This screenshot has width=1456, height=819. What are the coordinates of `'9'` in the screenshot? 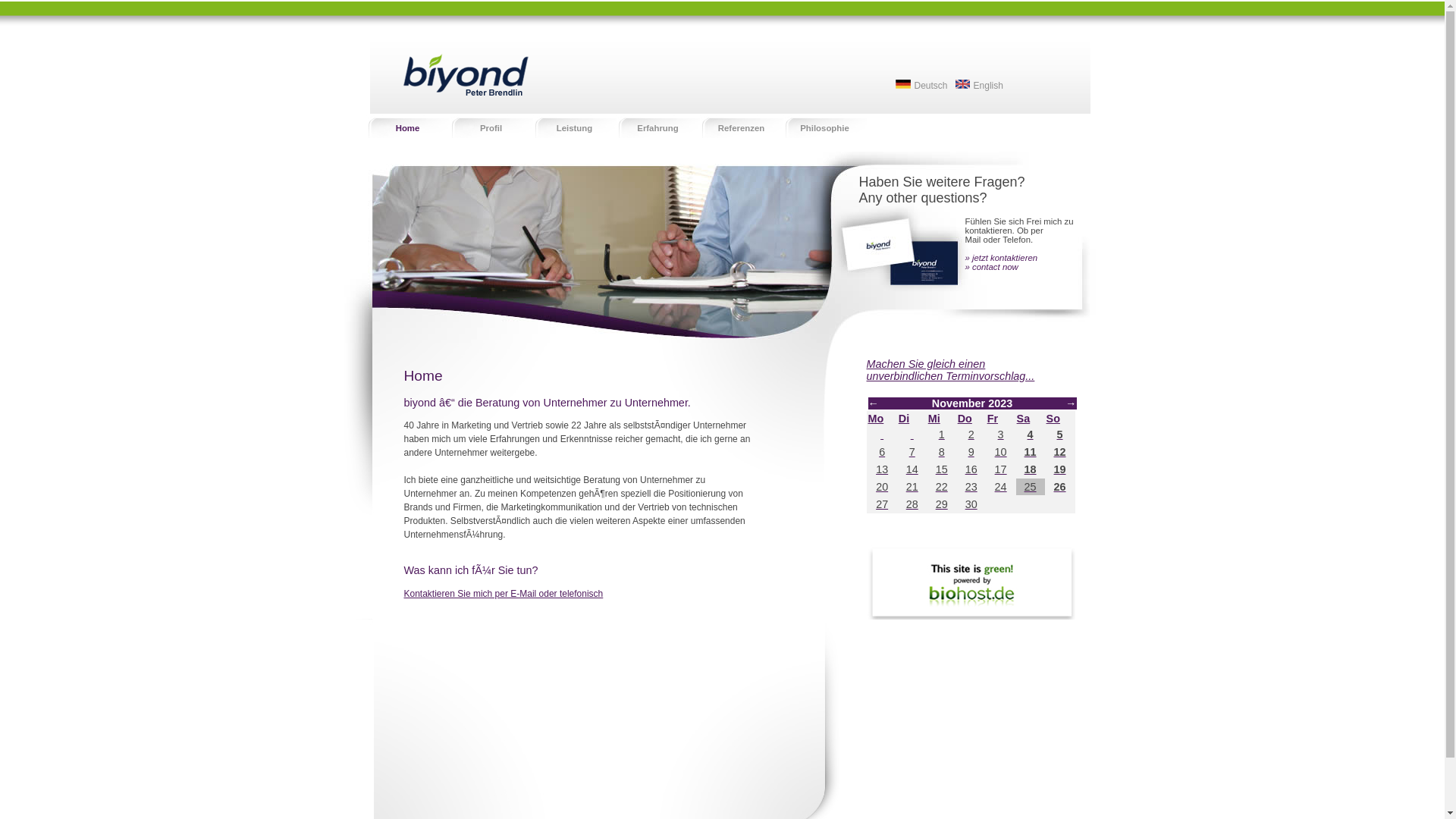 It's located at (971, 451).